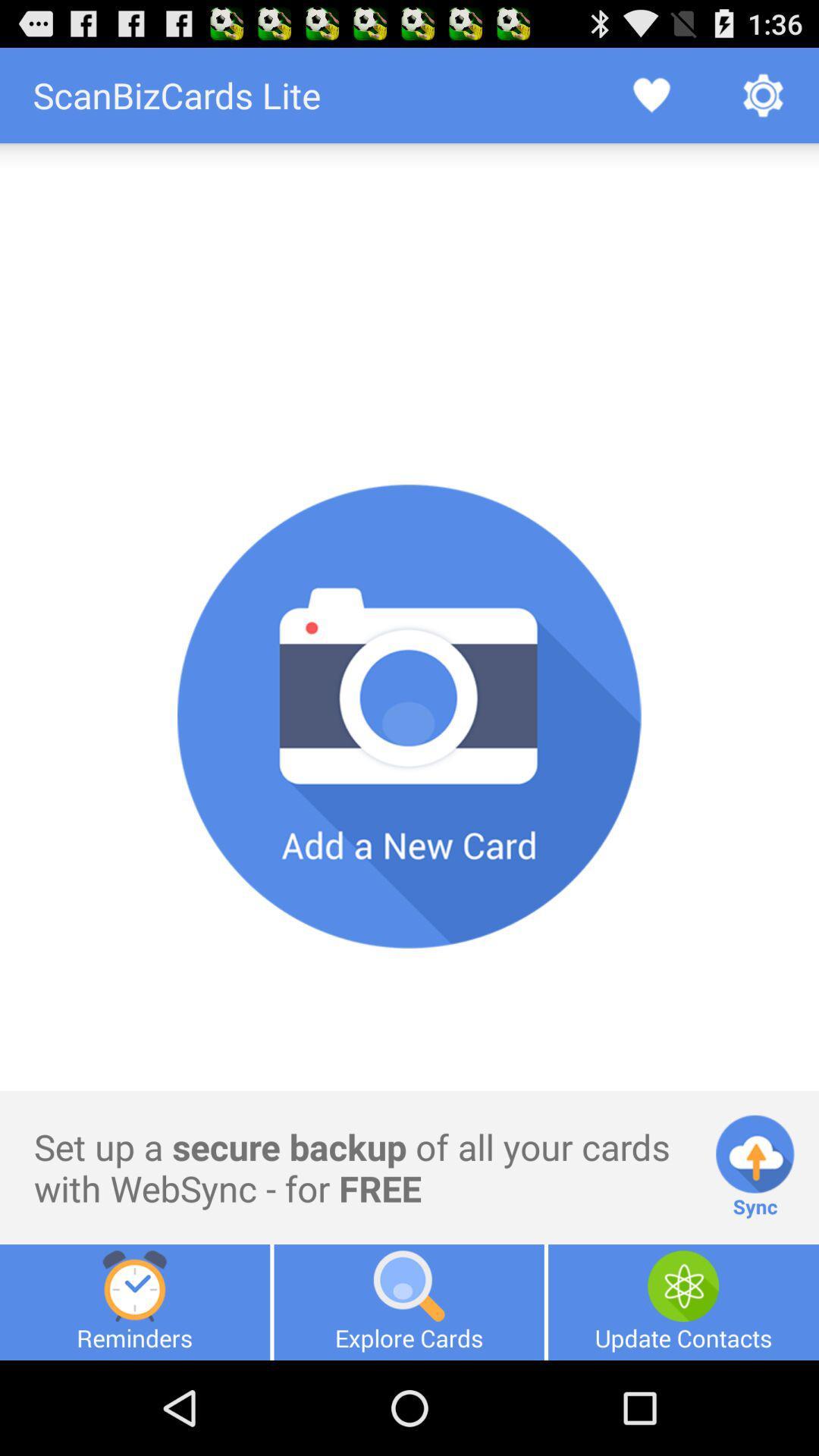  Describe the element at coordinates (134, 1301) in the screenshot. I see `item next to the explore cards item` at that location.